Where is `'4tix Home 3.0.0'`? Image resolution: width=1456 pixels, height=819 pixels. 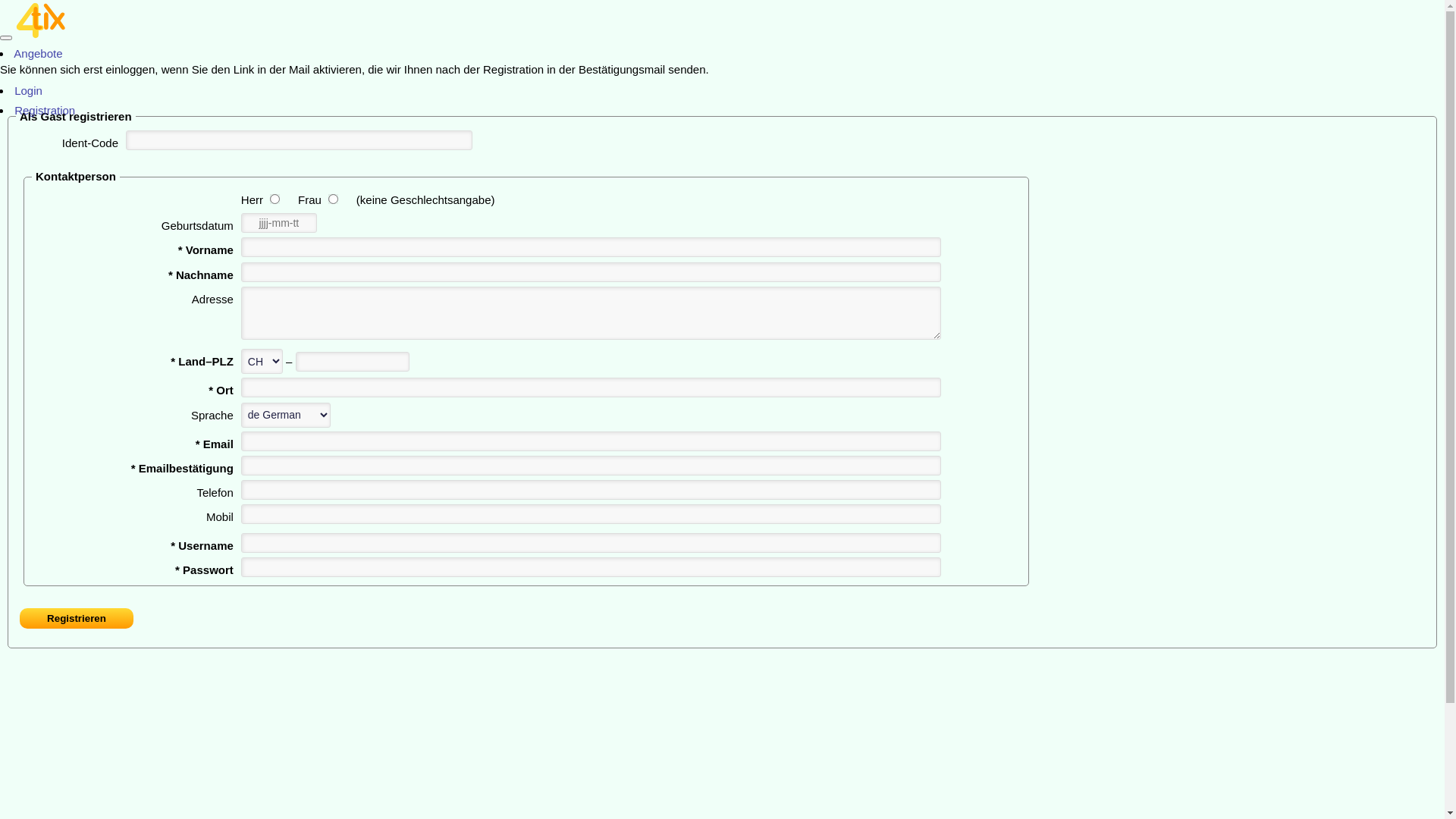
'4tix Home 3.0.0' is located at coordinates (721, 21).